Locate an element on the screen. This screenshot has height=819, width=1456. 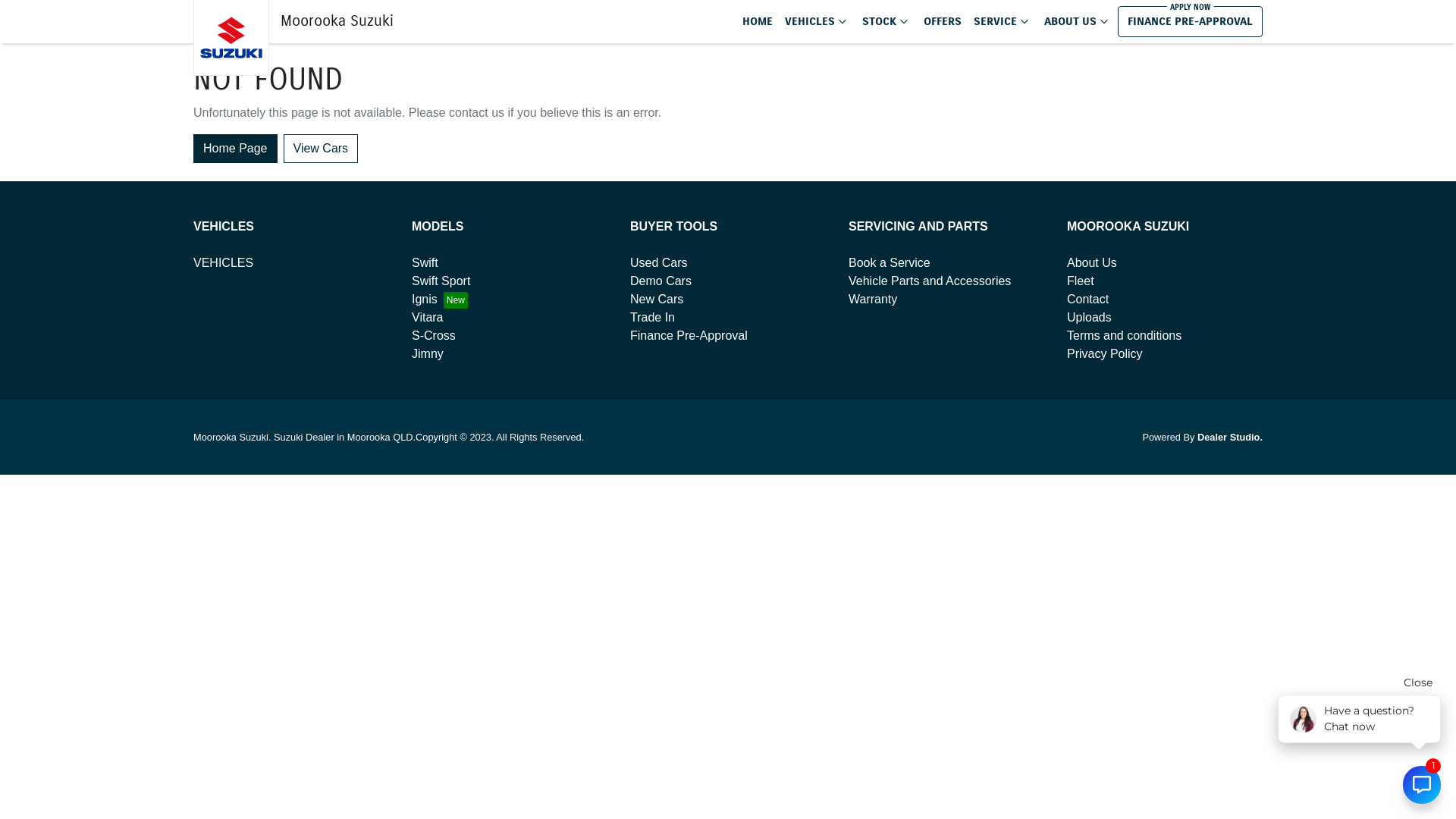
'Home Page' is located at coordinates (192, 148).